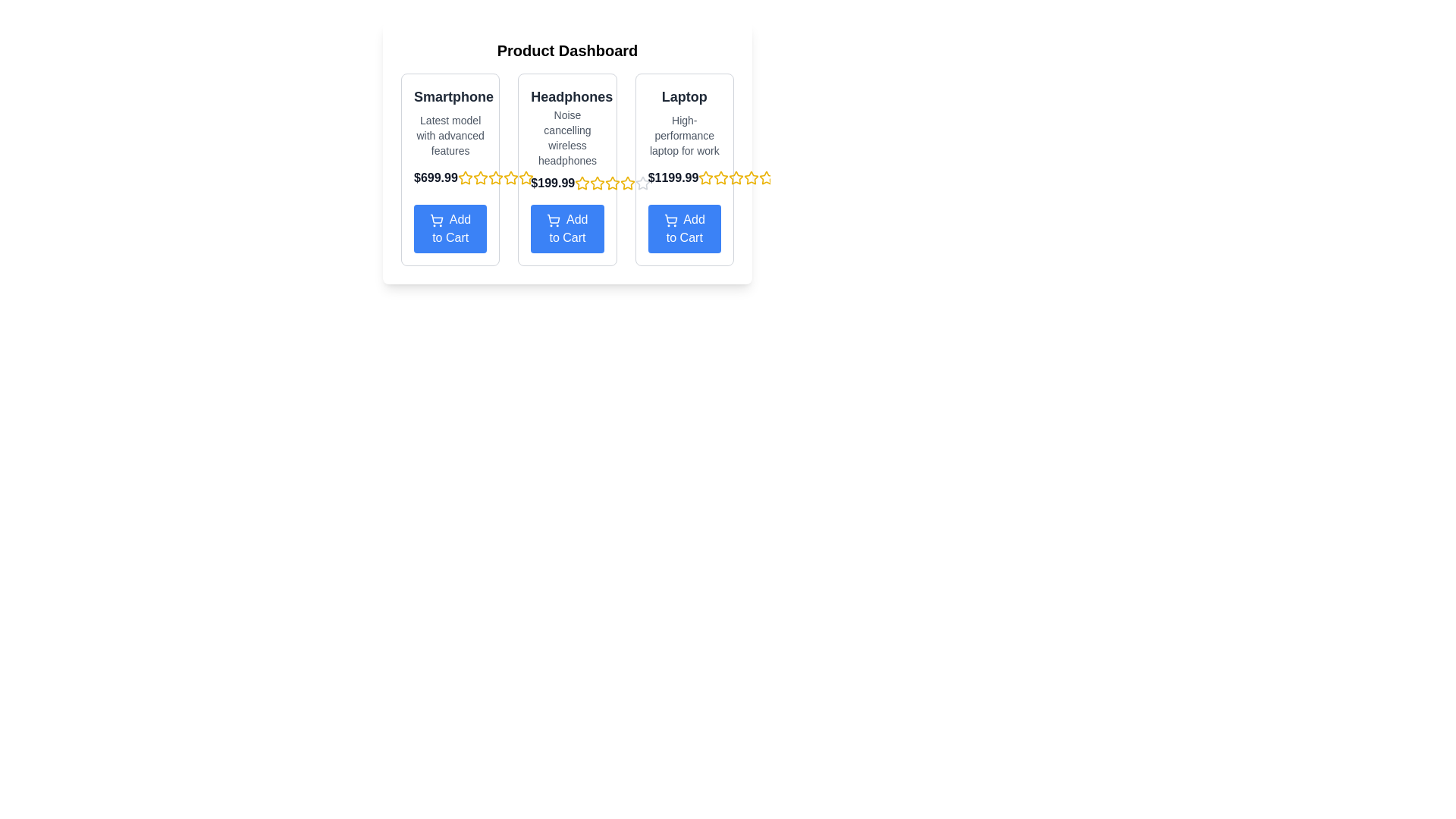  What do you see at coordinates (582, 183) in the screenshot?
I see `the first star icon with yellow borders below the 'Headphones' product to rate it` at bounding box center [582, 183].